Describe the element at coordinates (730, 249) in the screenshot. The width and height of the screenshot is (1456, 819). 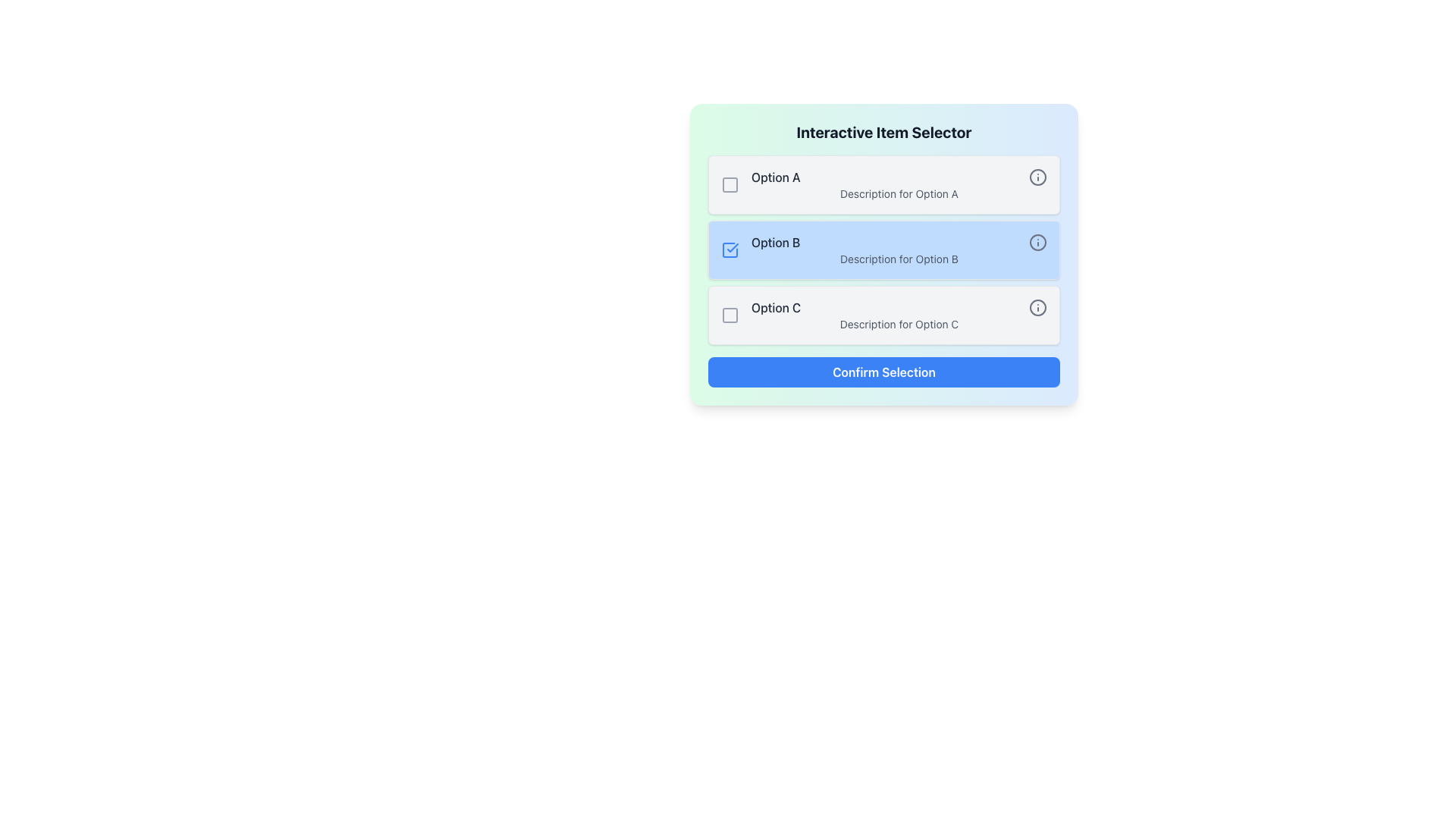
I see `the blue checkbox indicating the selected state for 'Option B' to provide additional visual feedback` at that location.